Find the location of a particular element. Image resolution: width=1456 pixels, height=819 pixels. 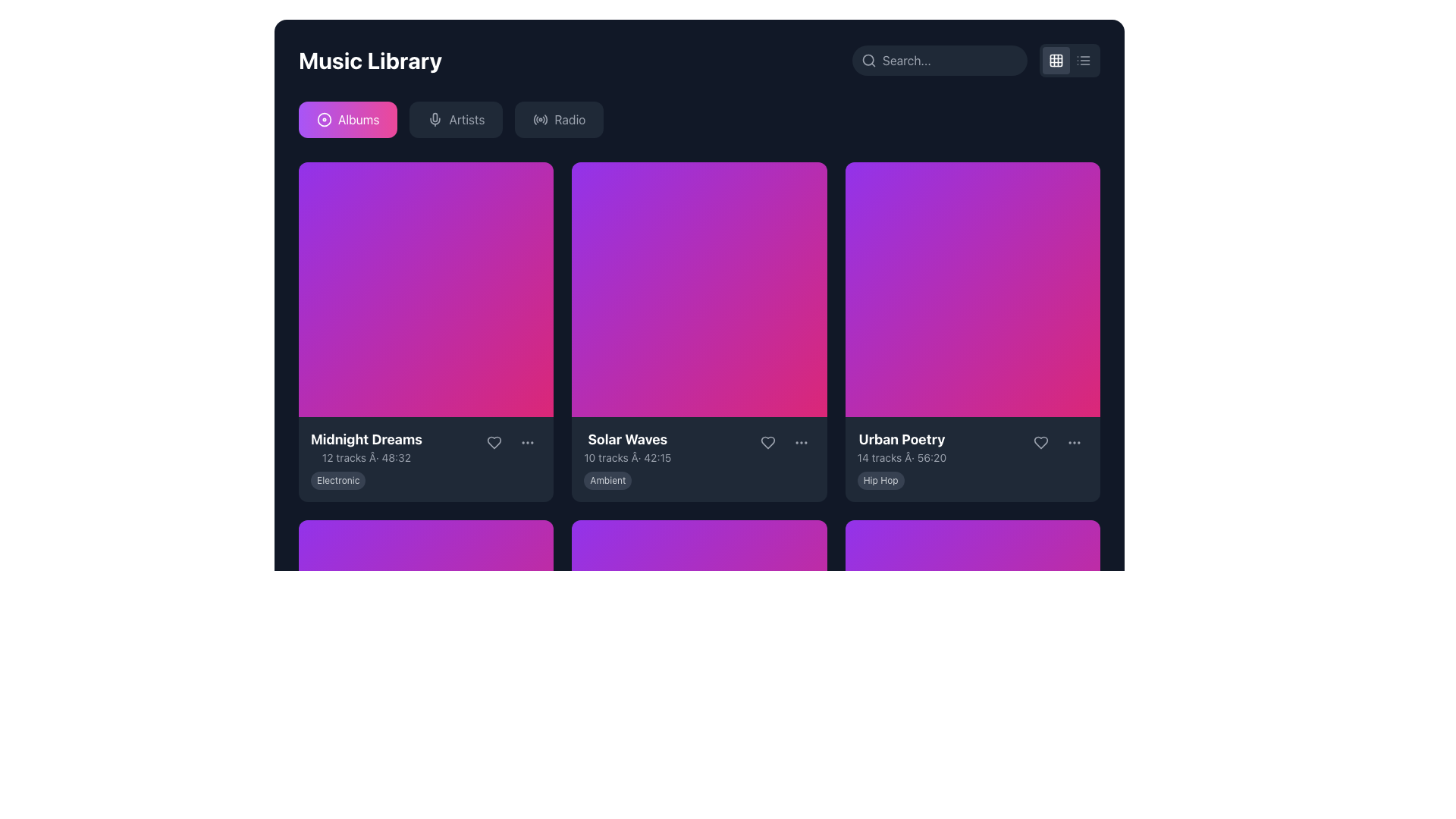

'Music Library' title text element, which serves as a header indicating the context to the user is located at coordinates (370, 60).